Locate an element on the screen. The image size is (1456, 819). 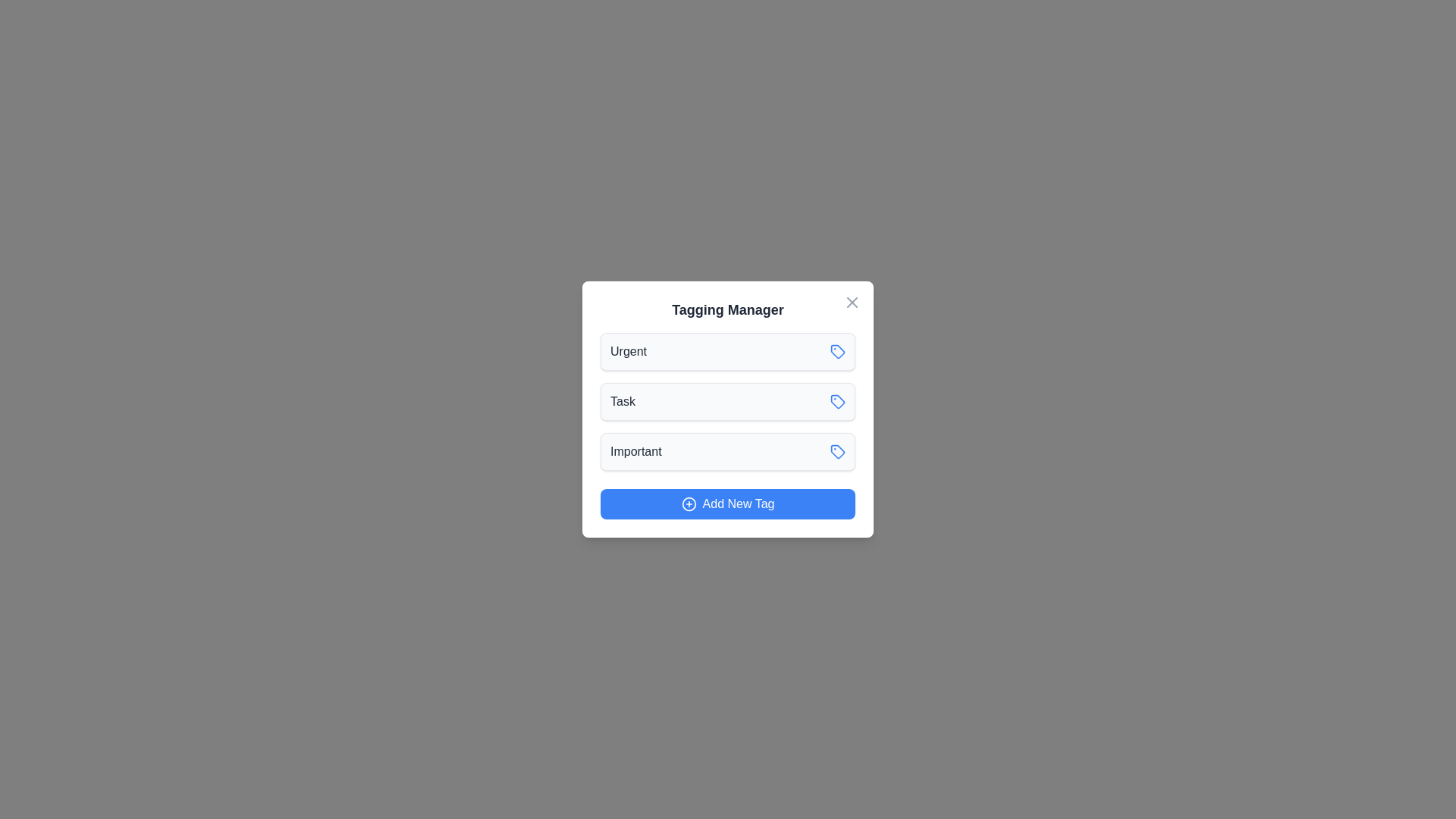
the tag icon corresponding to Task to view its details is located at coordinates (836, 400).